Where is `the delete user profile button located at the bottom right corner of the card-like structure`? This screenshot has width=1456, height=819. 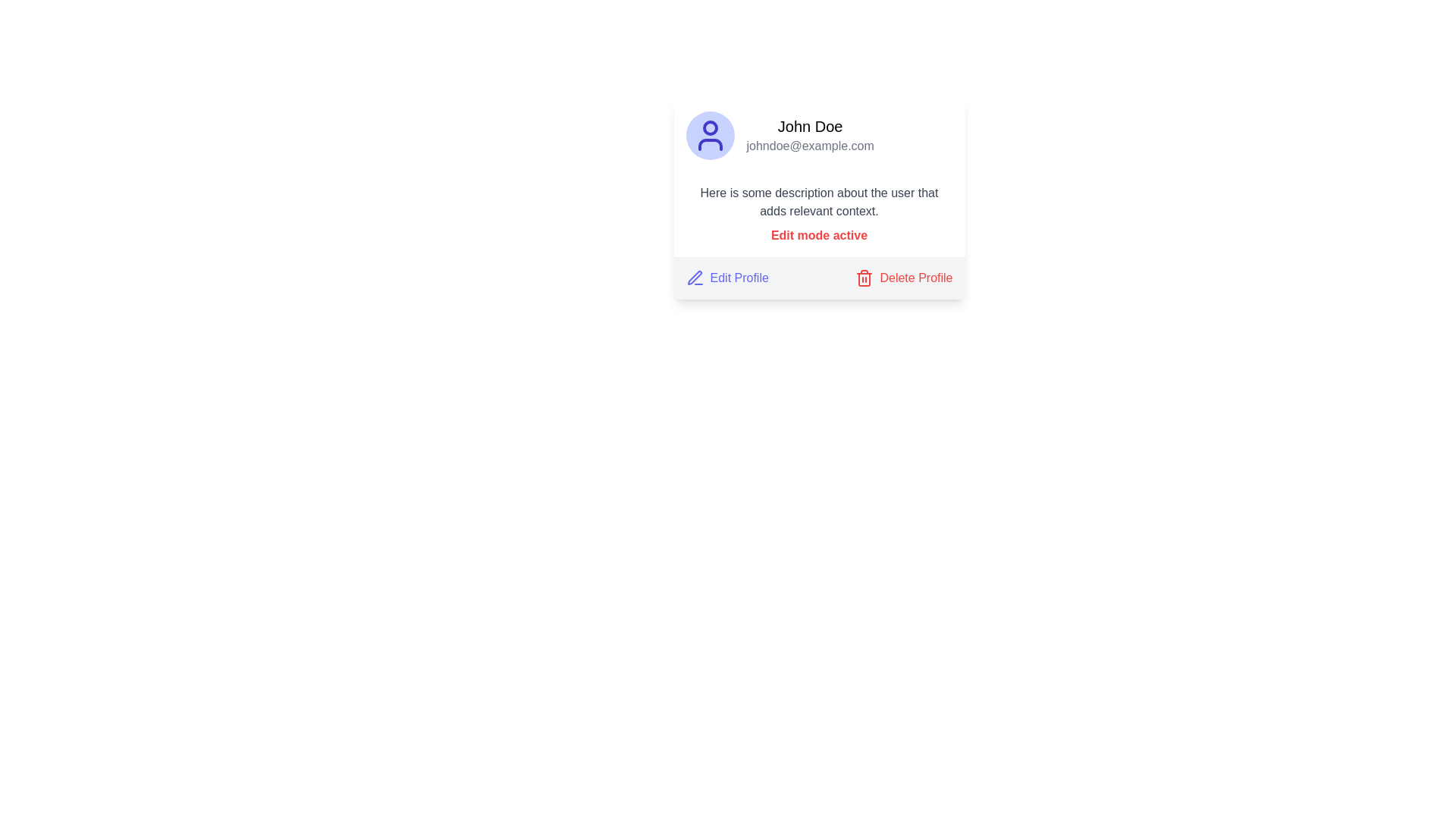
the delete user profile button located at the bottom right corner of the card-like structure is located at coordinates (904, 278).